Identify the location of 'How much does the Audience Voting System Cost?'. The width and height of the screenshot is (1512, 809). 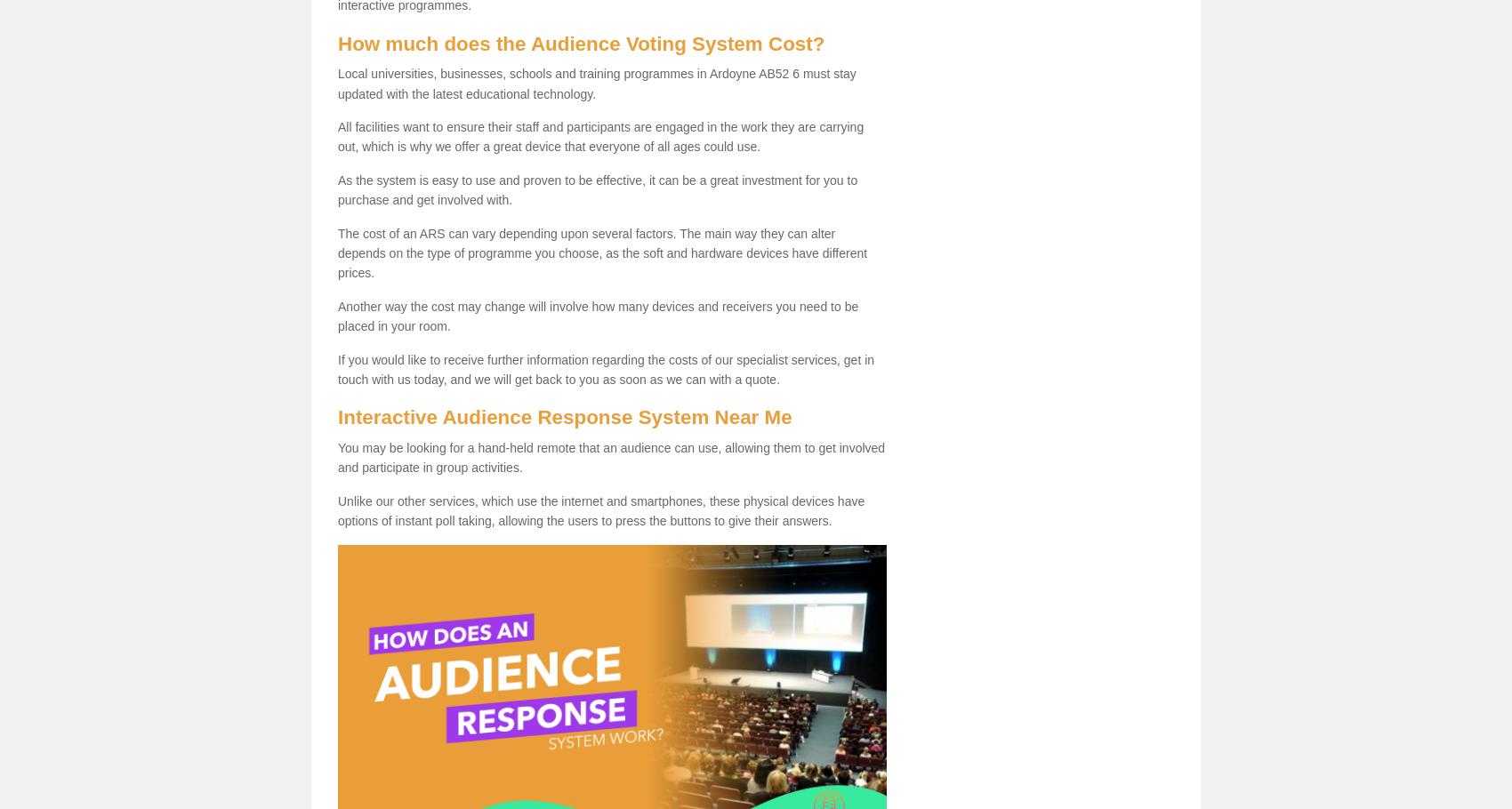
(581, 43).